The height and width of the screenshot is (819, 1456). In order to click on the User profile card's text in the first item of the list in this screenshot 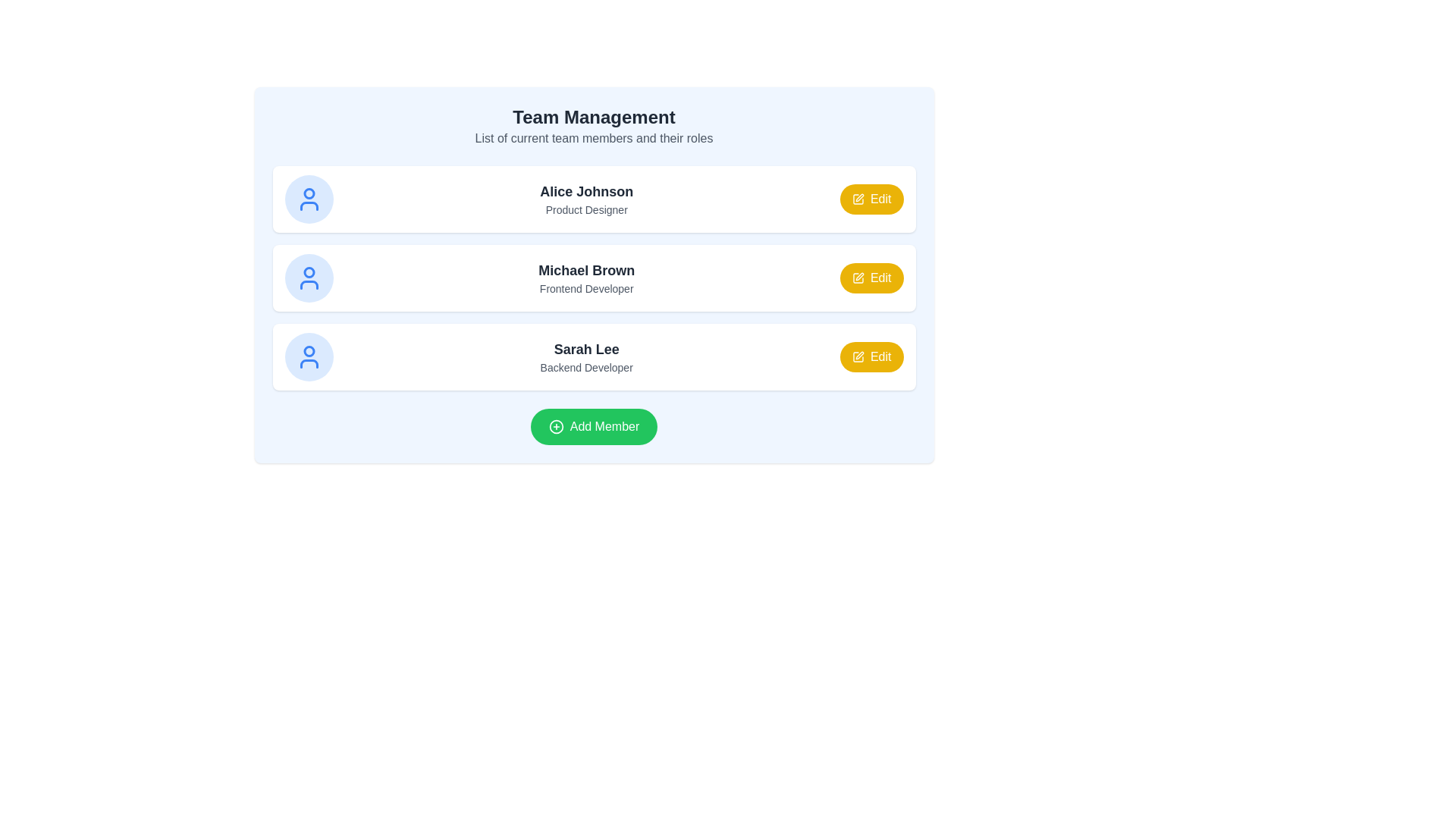, I will do `click(593, 198)`.